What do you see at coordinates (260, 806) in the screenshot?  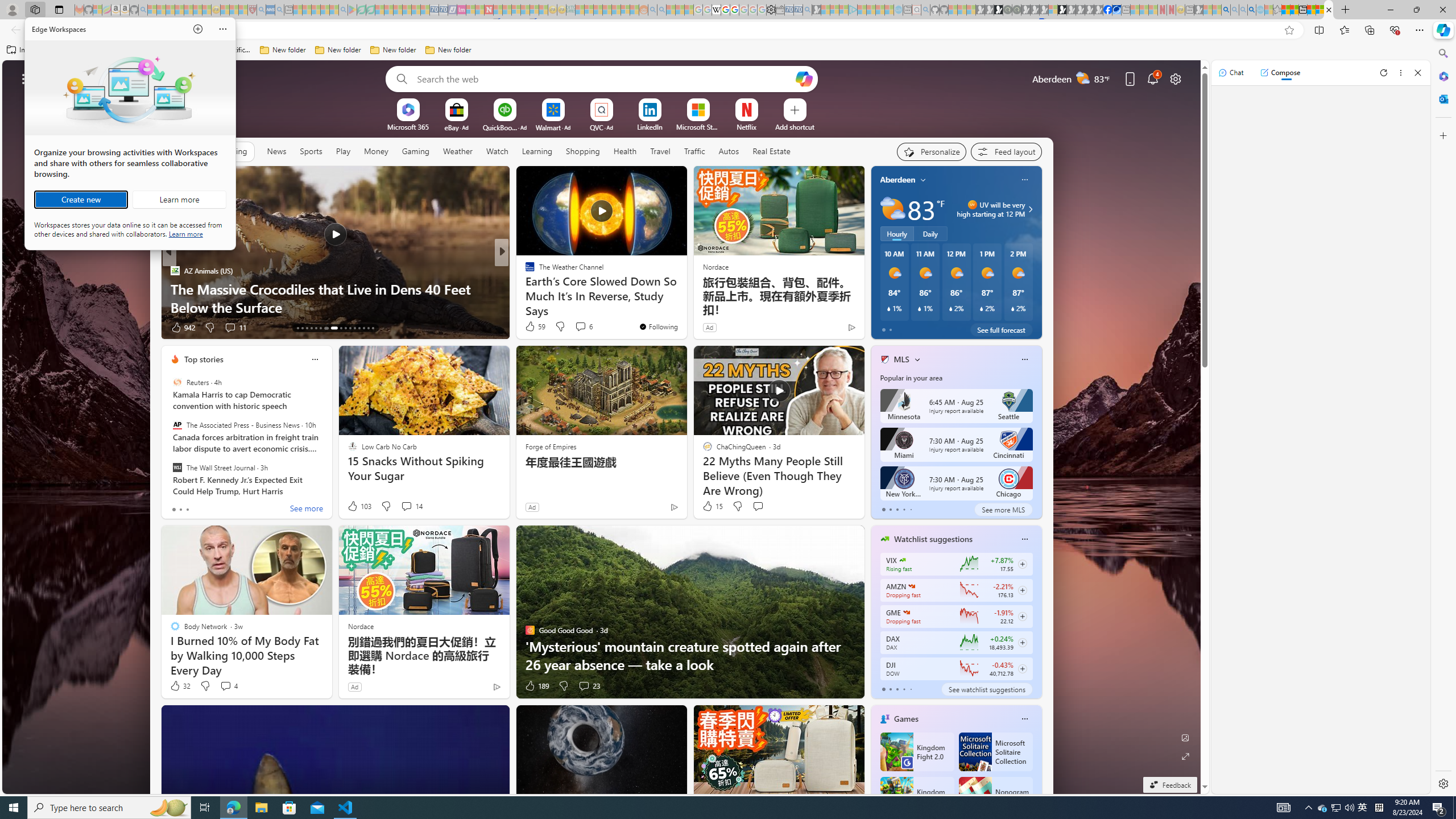 I see `'File Explorer'` at bounding box center [260, 806].